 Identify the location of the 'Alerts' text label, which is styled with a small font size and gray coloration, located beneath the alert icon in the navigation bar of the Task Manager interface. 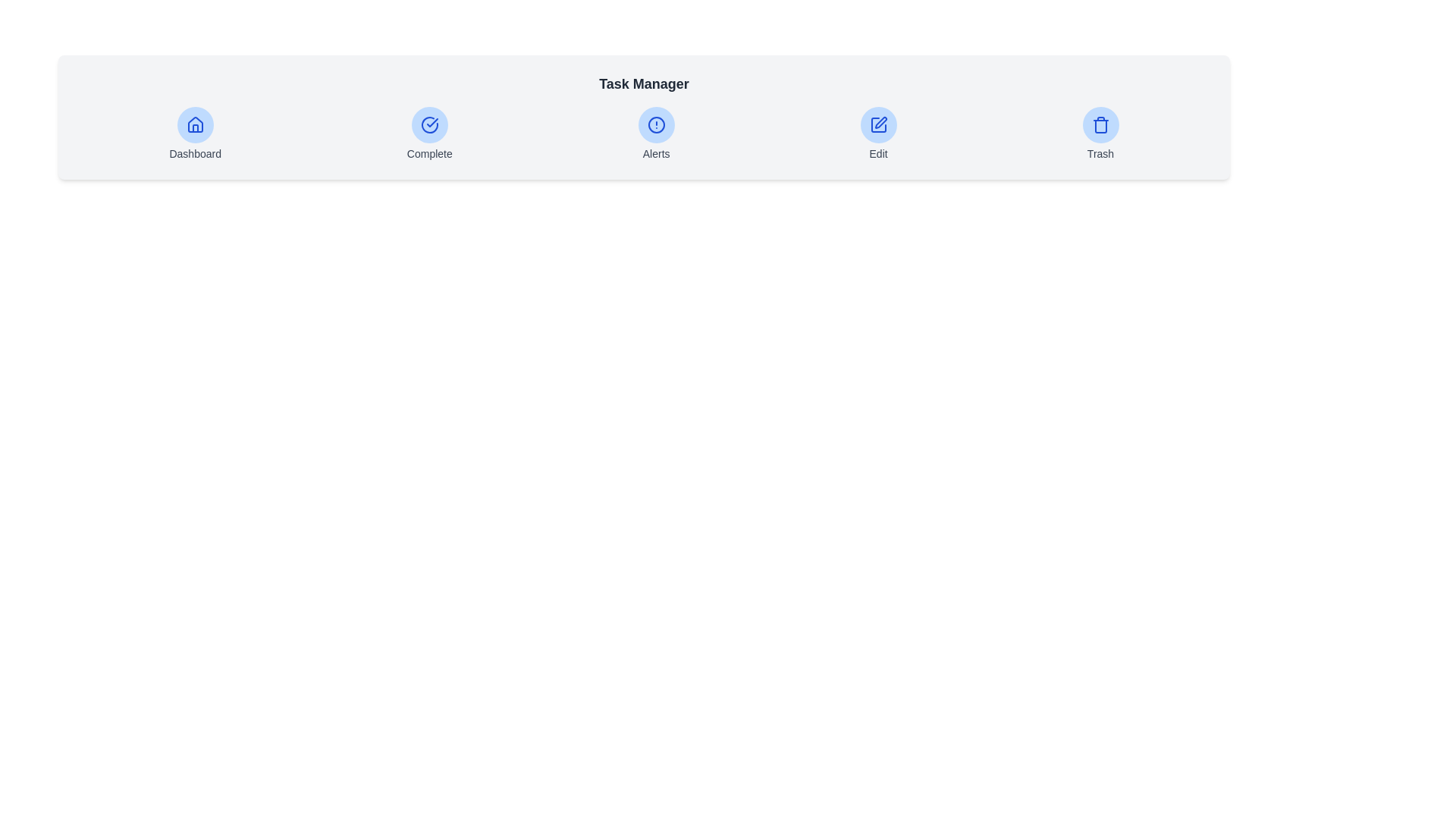
(656, 154).